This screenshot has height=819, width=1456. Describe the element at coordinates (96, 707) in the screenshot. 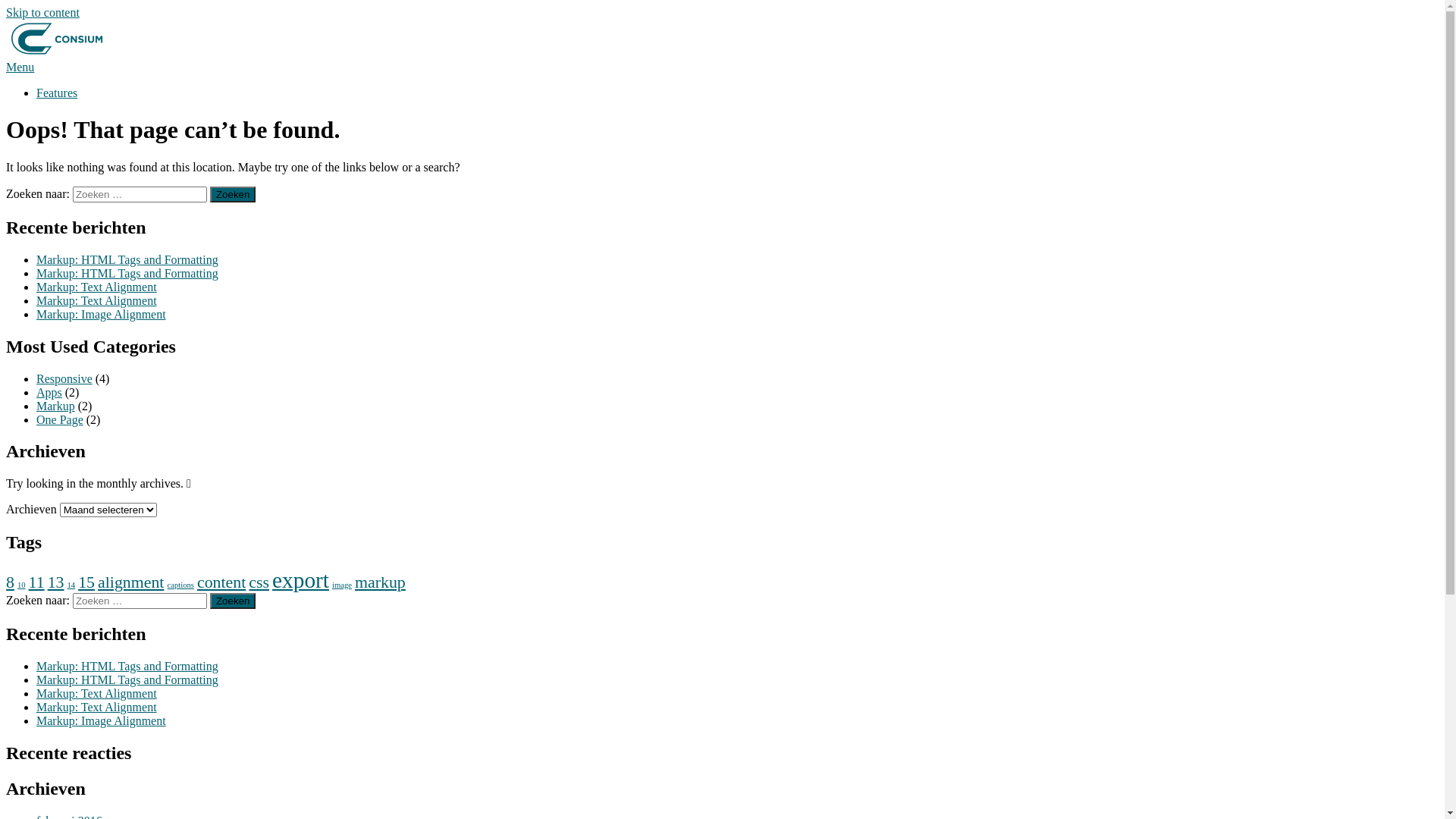

I see `'Markup: Text Alignment'` at that location.